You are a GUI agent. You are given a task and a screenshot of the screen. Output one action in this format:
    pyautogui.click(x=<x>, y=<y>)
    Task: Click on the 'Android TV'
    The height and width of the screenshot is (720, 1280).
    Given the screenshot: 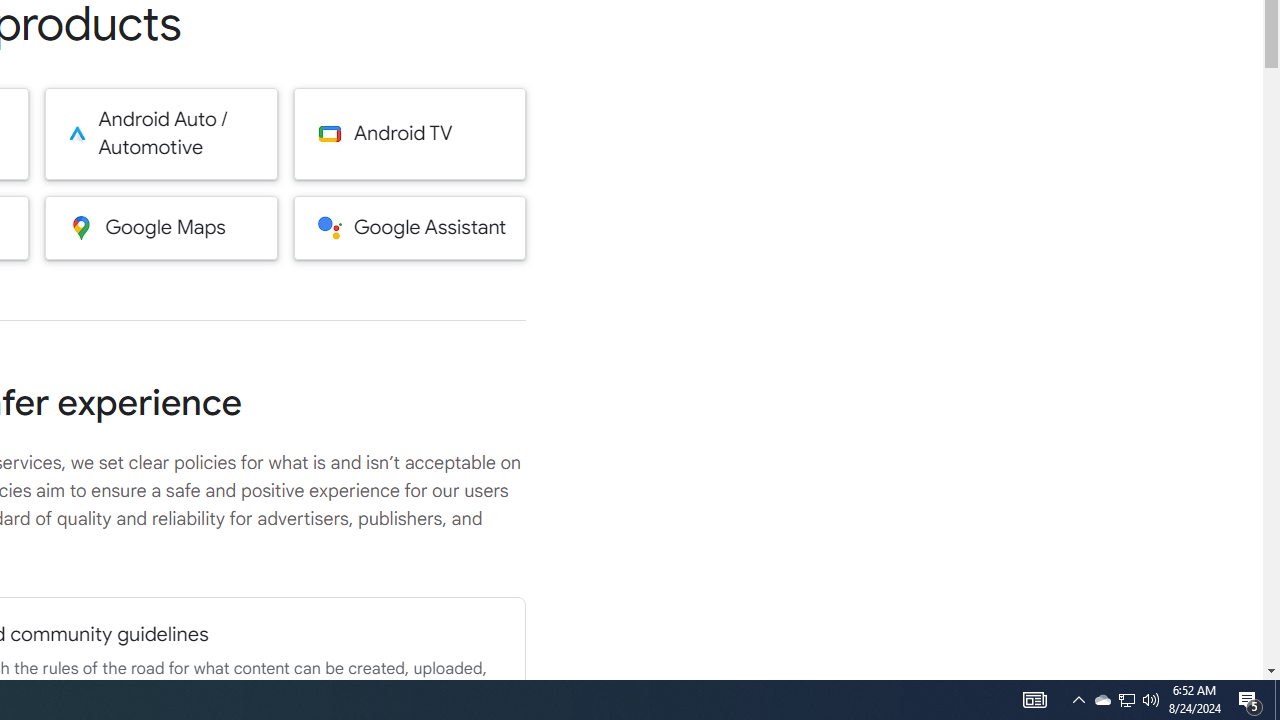 What is the action you would take?
    pyautogui.click(x=409, y=133)
    